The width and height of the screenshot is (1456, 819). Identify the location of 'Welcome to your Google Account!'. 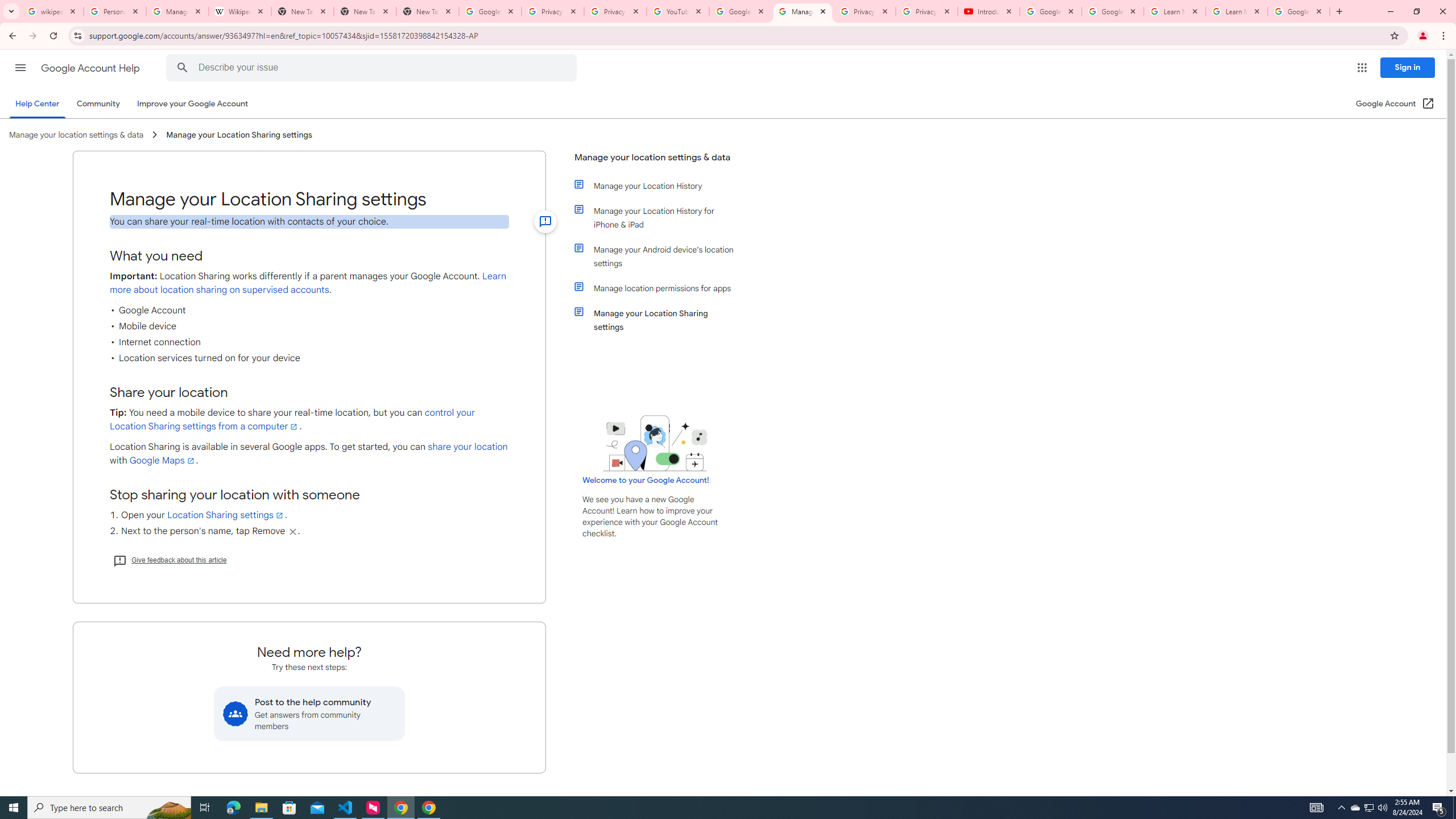
(645, 479).